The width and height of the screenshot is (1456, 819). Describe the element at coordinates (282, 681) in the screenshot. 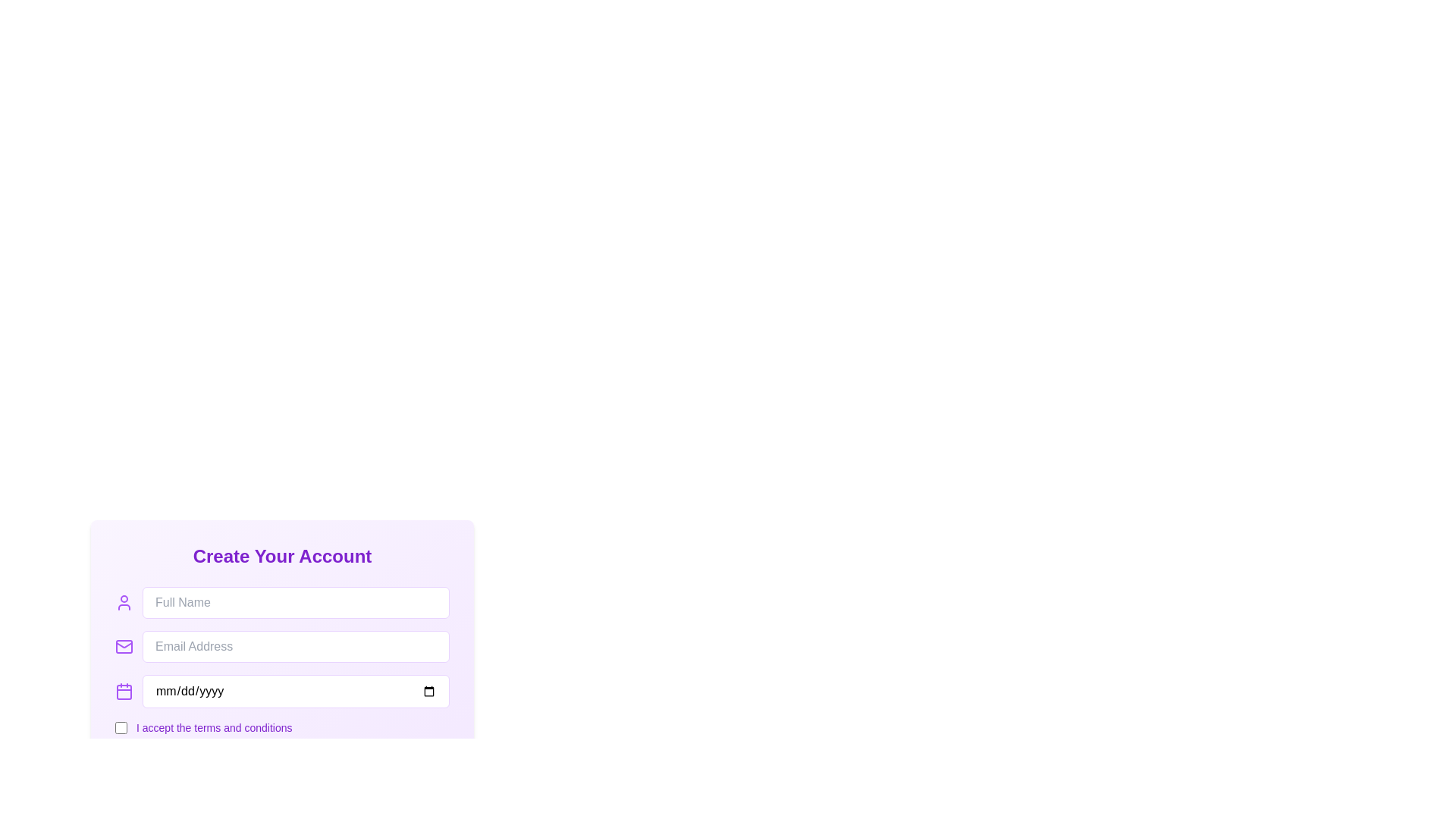

I see `the 'Clear Form' button, which is a lighter purple button with rounded corners located below the input fields in the user registration form` at that location.